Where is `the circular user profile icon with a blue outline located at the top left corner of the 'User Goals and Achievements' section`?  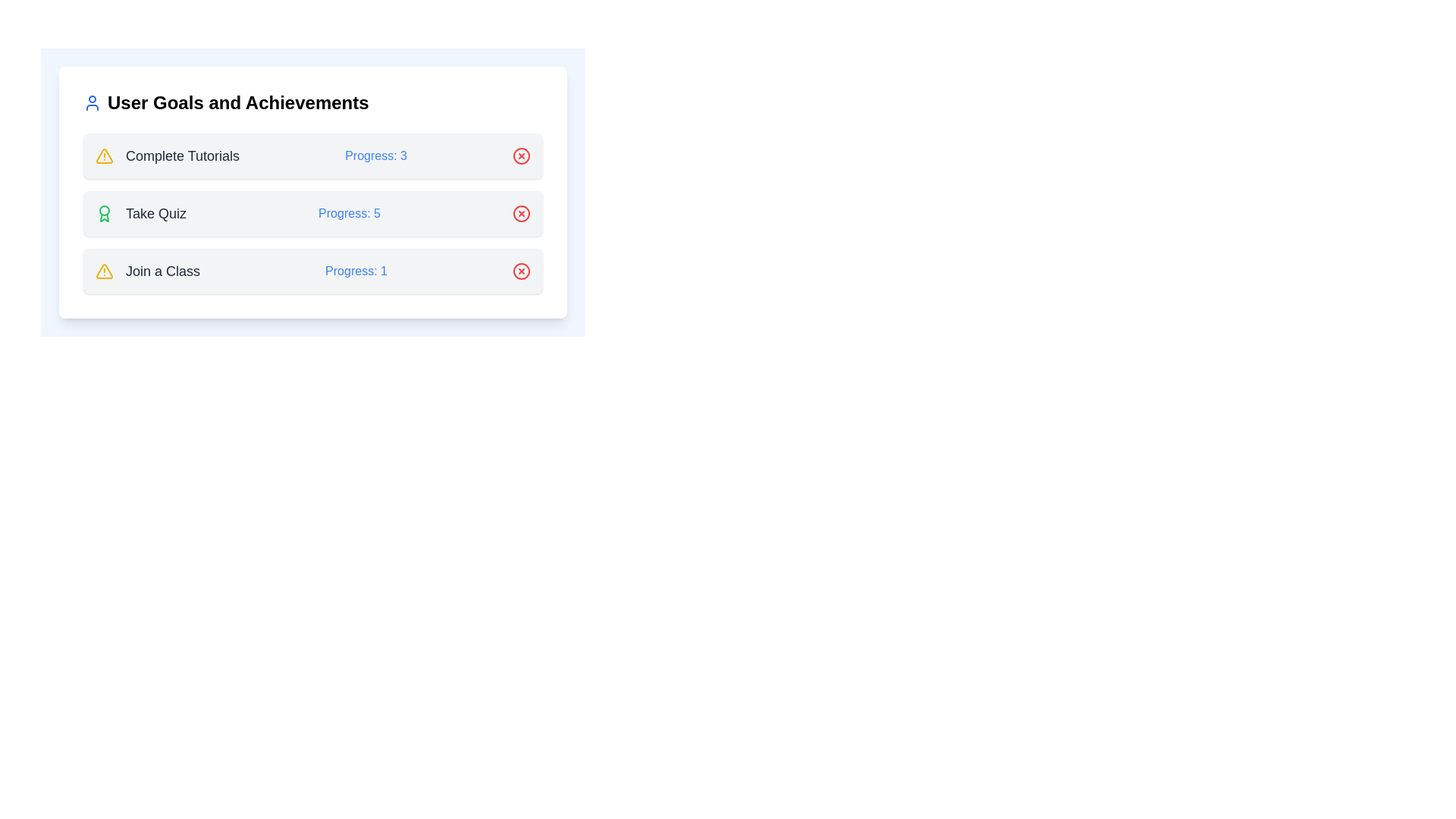
the circular user profile icon with a blue outline located at the top left corner of the 'User Goals and Achievements' section is located at coordinates (91, 102).